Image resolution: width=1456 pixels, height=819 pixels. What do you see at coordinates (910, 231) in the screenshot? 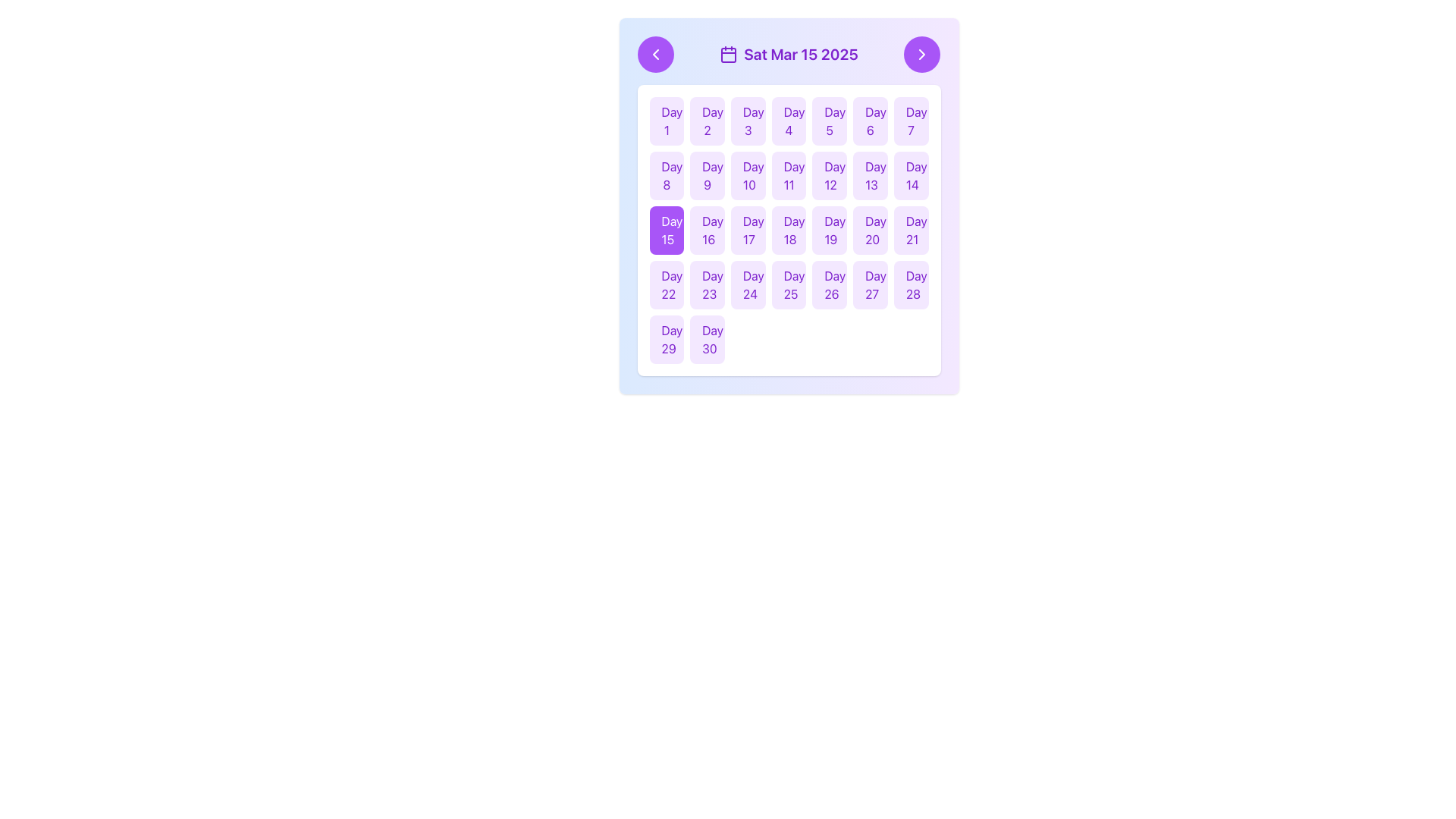
I see `the selectable date button located in the sixth row and seventh column of the calendar interface` at bounding box center [910, 231].